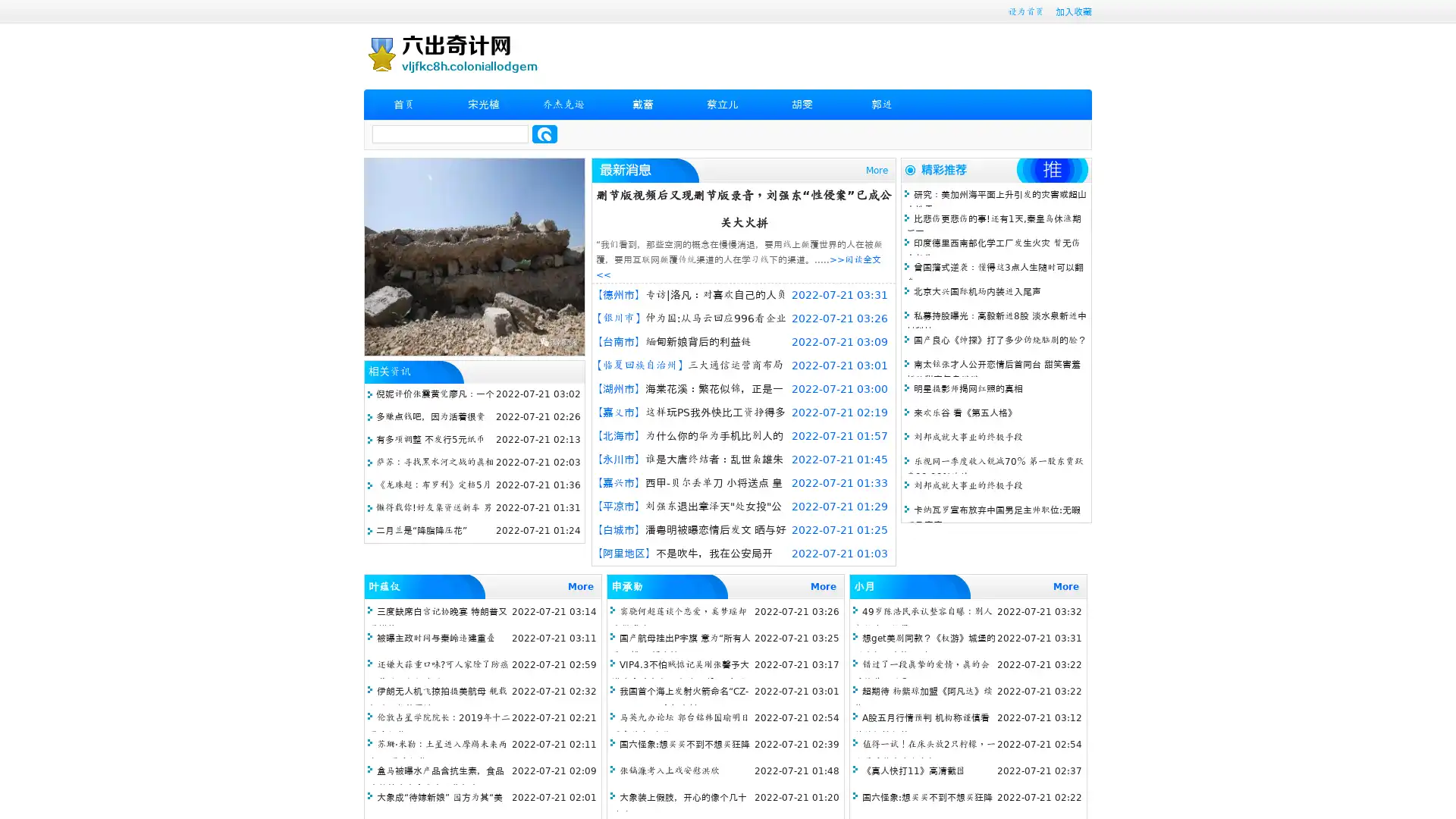 The height and width of the screenshot is (819, 1456). I want to click on Search, so click(544, 133).